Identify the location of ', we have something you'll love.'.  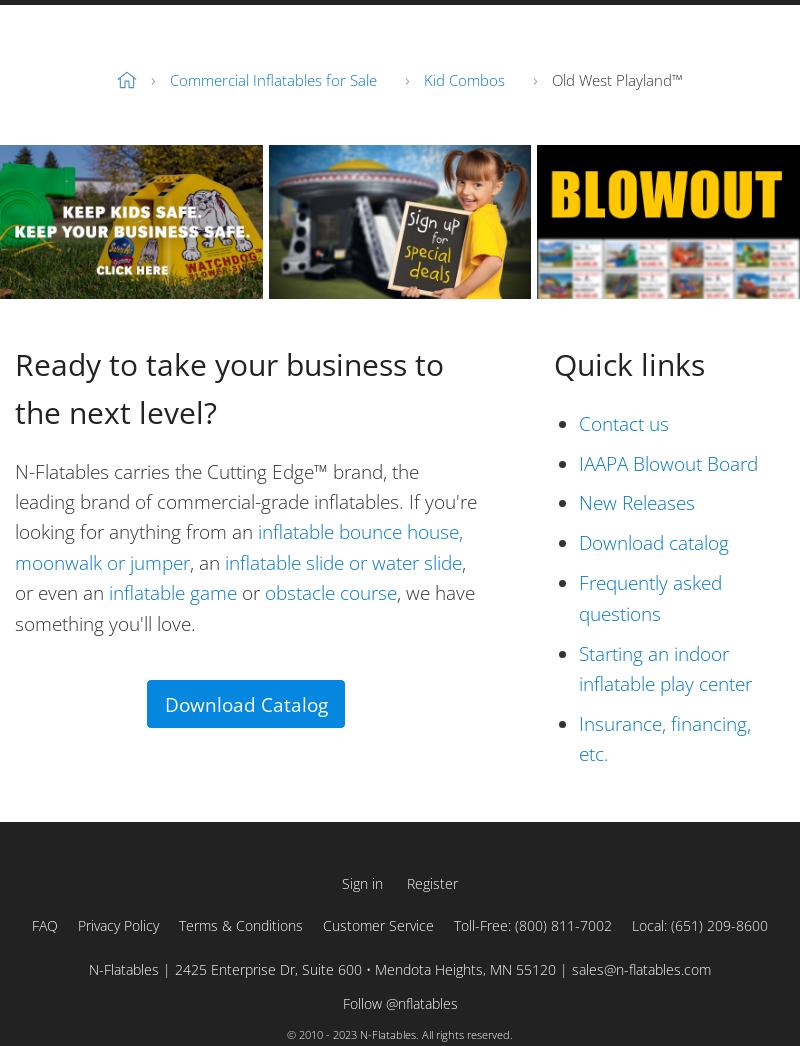
(244, 608).